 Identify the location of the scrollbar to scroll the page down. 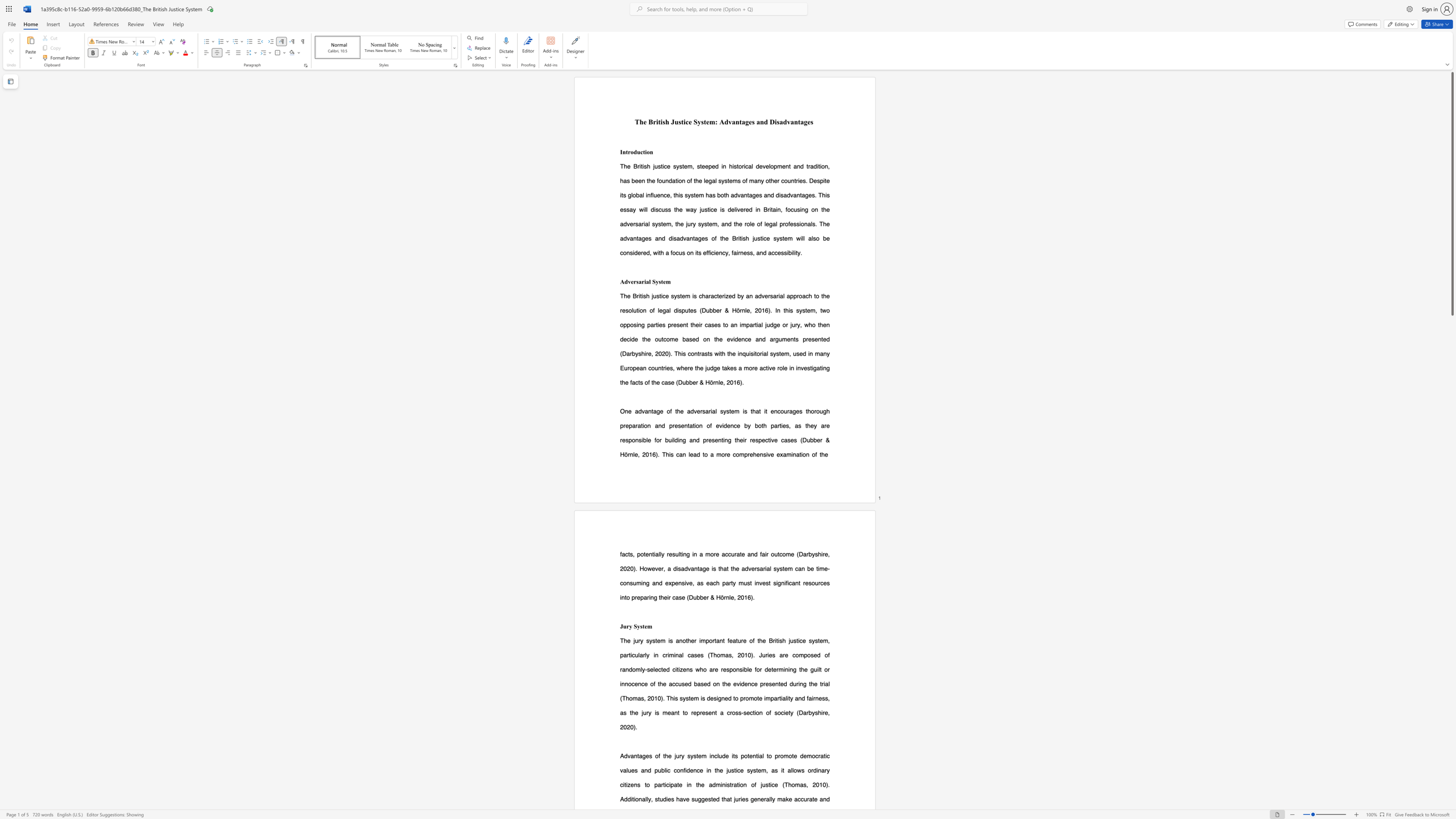
(1451, 795).